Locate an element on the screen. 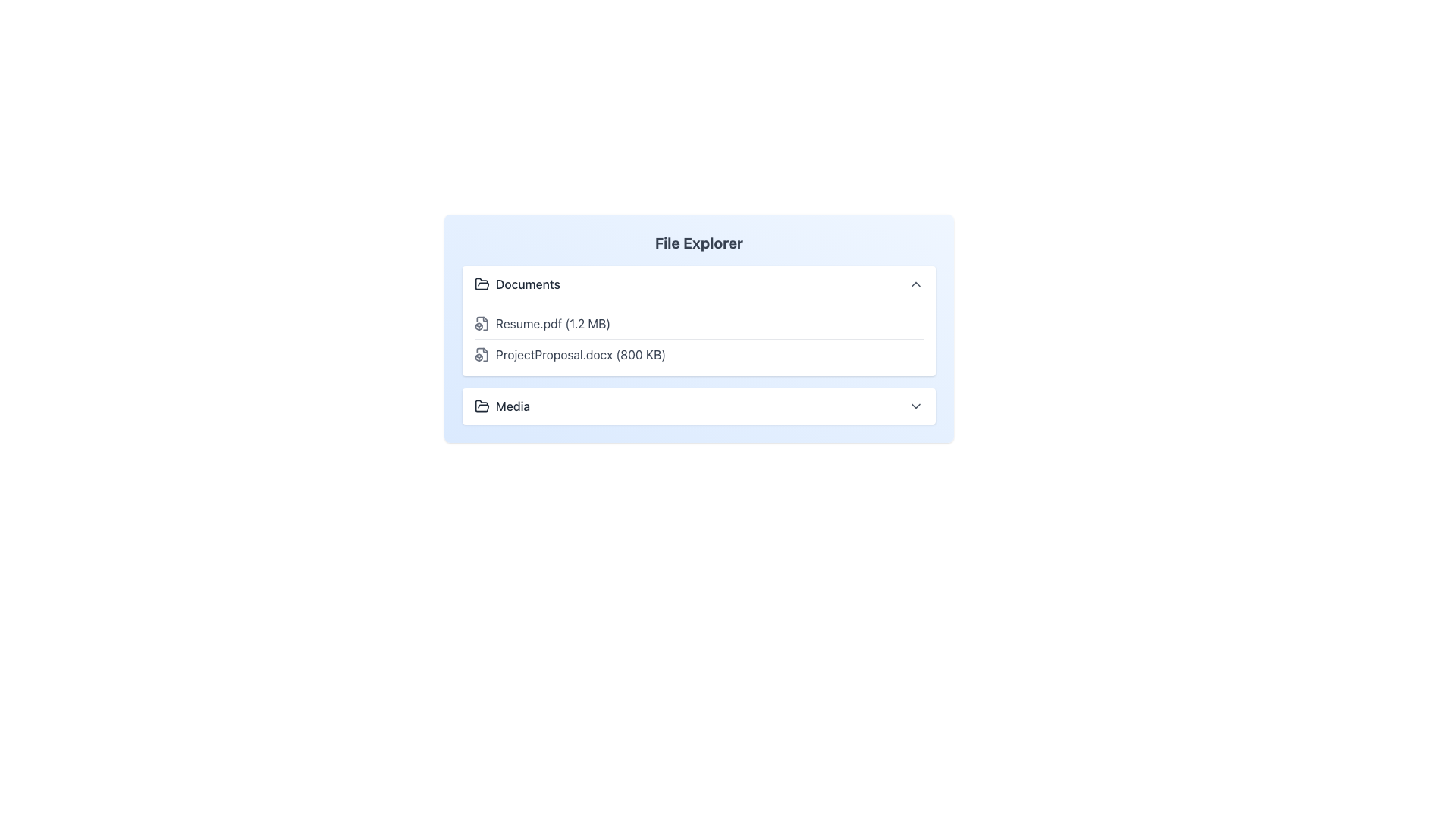 This screenshot has height=819, width=1456. the file entry label for 'ProjectProposal.docx (800 KB)' is located at coordinates (570, 354).